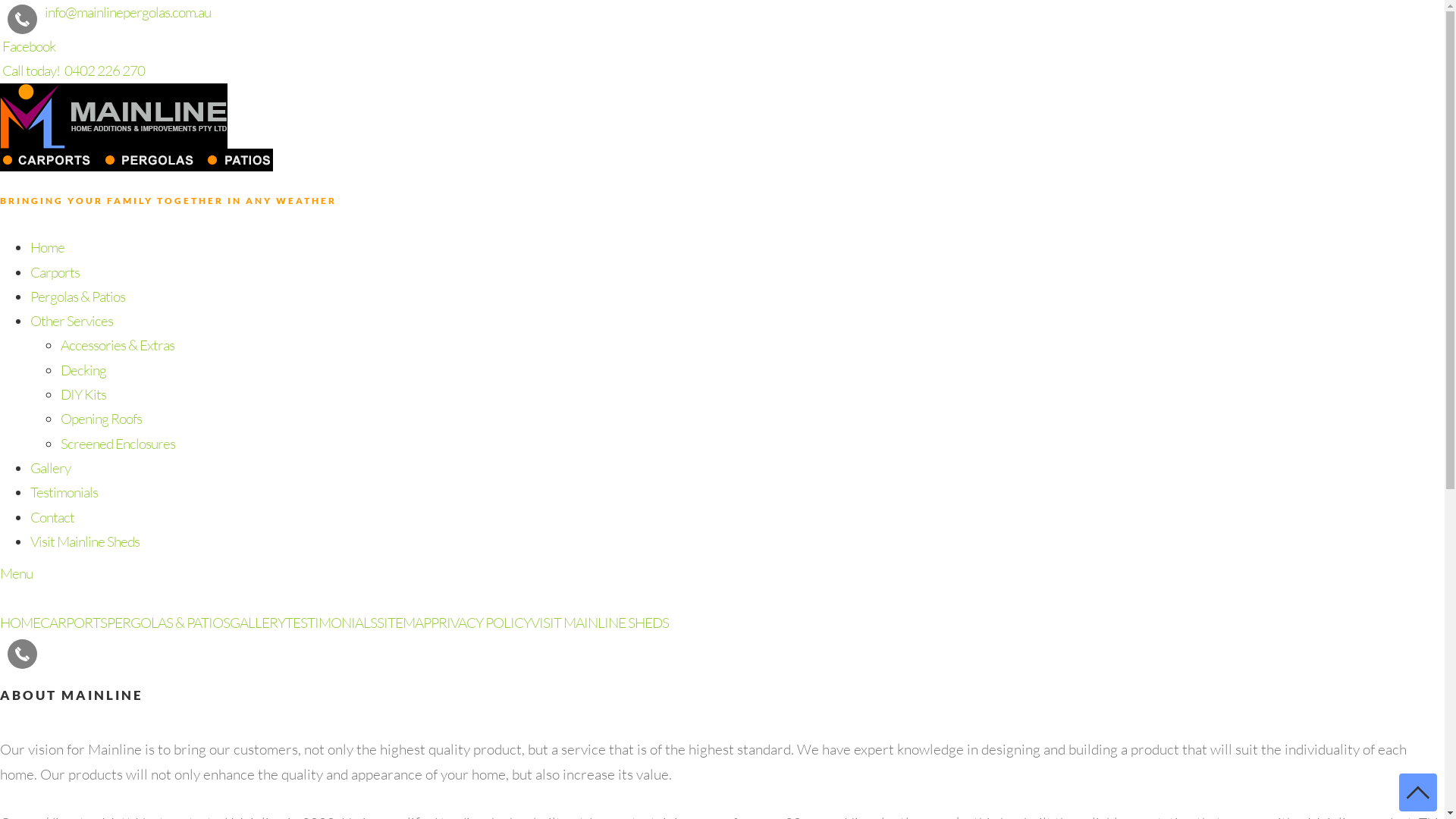  What do you see at coordinates (479, 623) in the screenshot?
I see `'PRIVACY POLICY'` at bounding box center [479, 623].